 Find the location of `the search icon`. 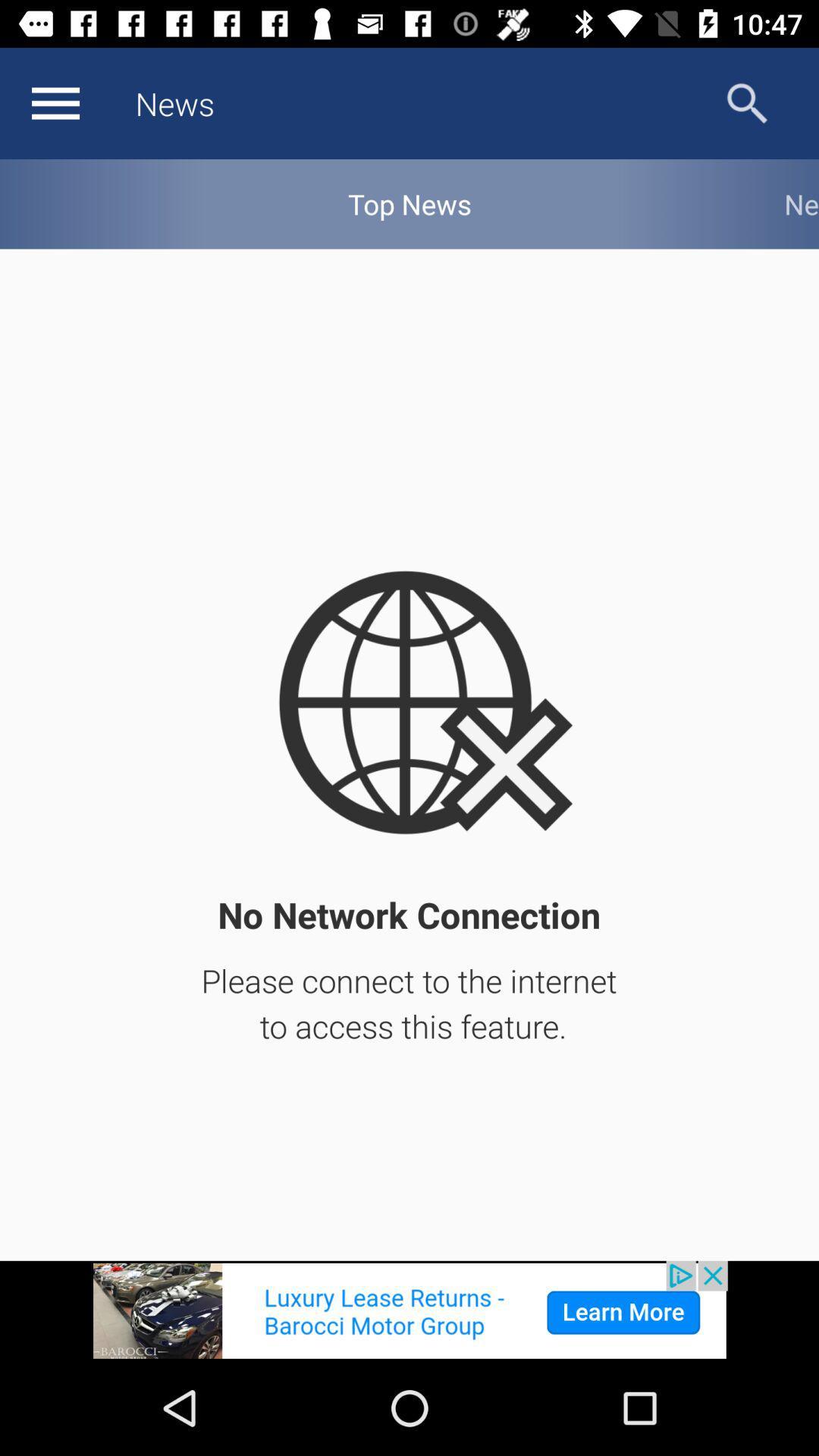

the search icon is located at coordinates (746, 102).